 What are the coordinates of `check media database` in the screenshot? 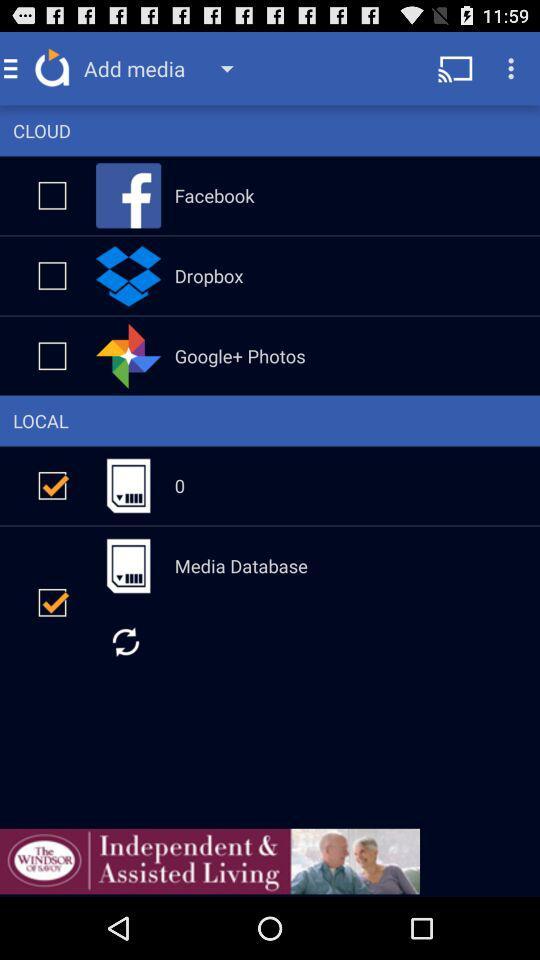 It's located at (52, 601).